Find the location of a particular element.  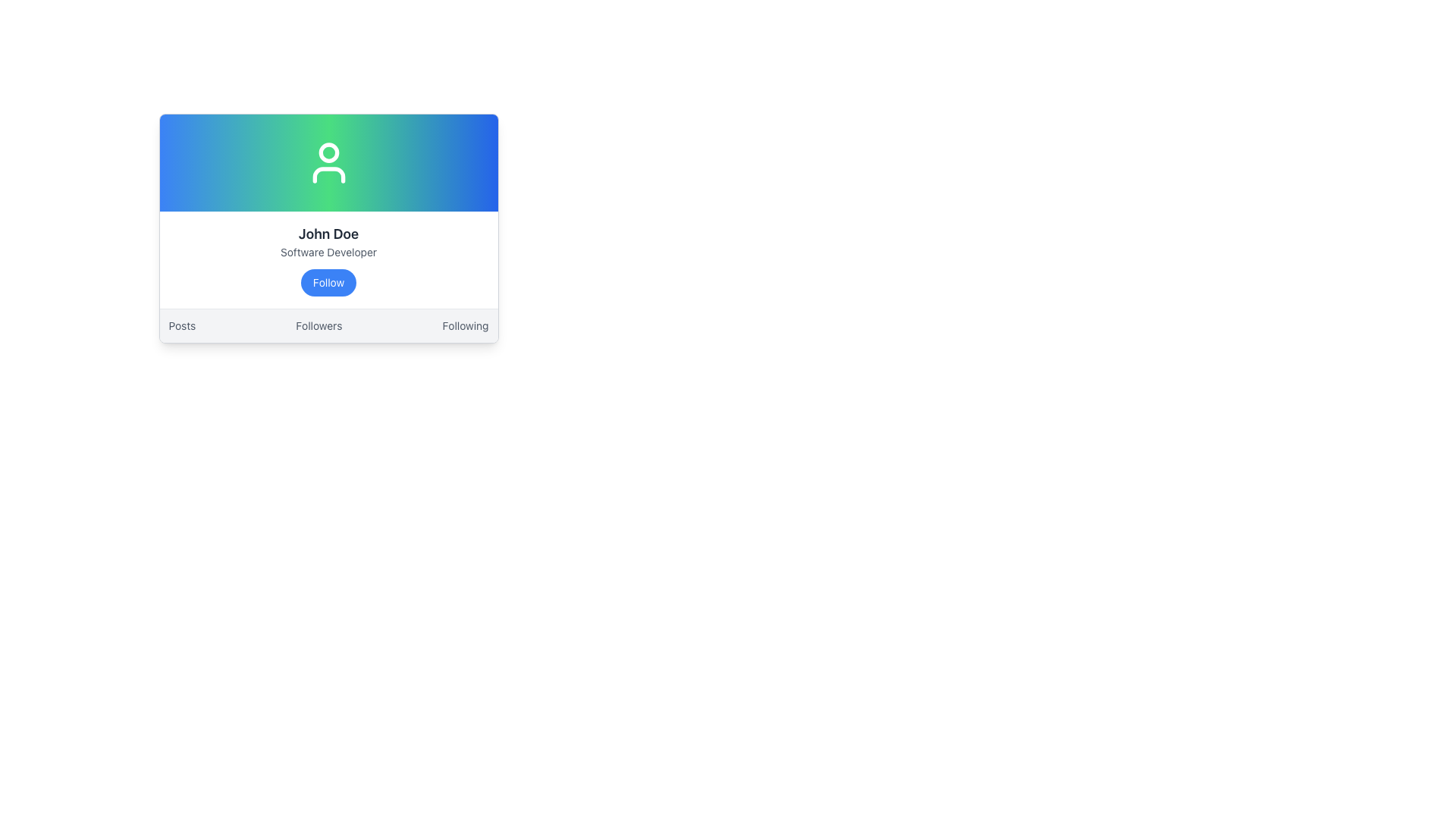

the Decorative header section located at the top of the profile card, which serves as a background for the user icon and spans the entire width of the card is located at coordinates (328, 163).